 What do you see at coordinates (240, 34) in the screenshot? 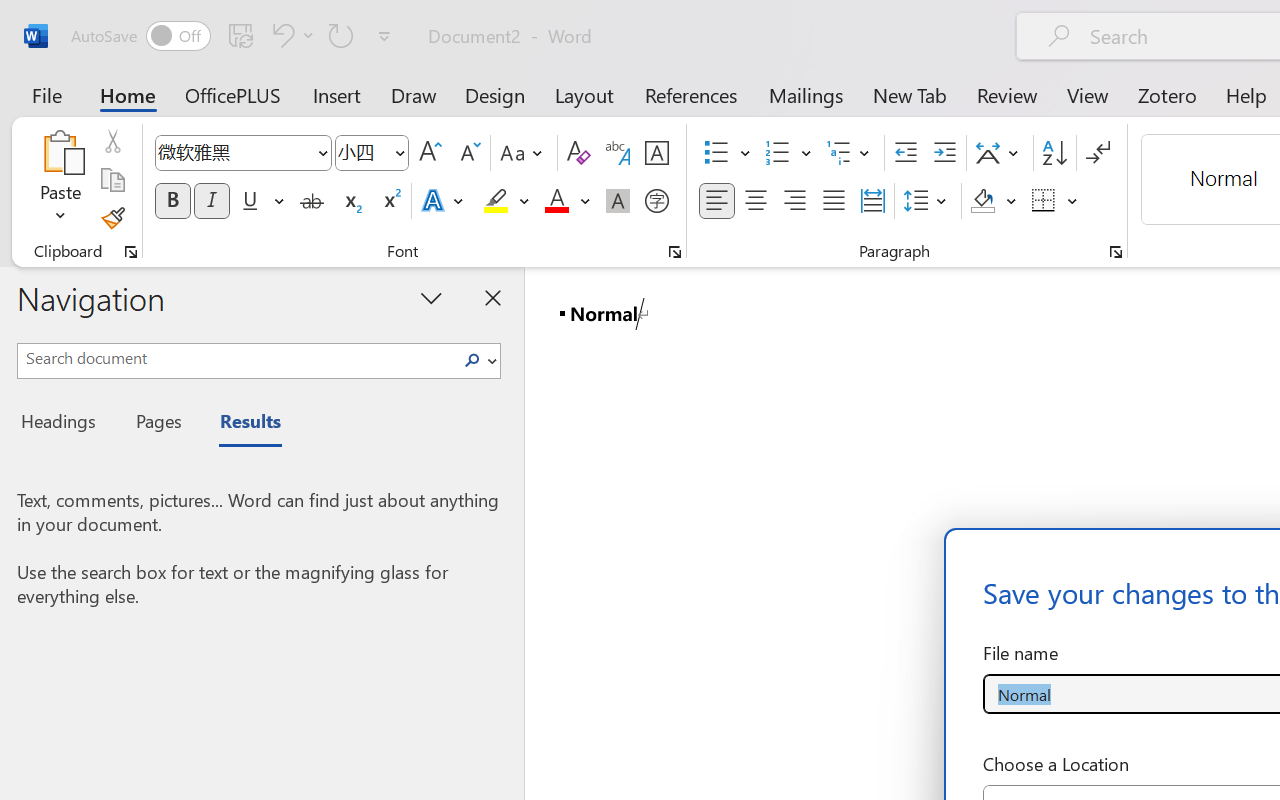
I see `'Save'` at bounding box center [240, 34].